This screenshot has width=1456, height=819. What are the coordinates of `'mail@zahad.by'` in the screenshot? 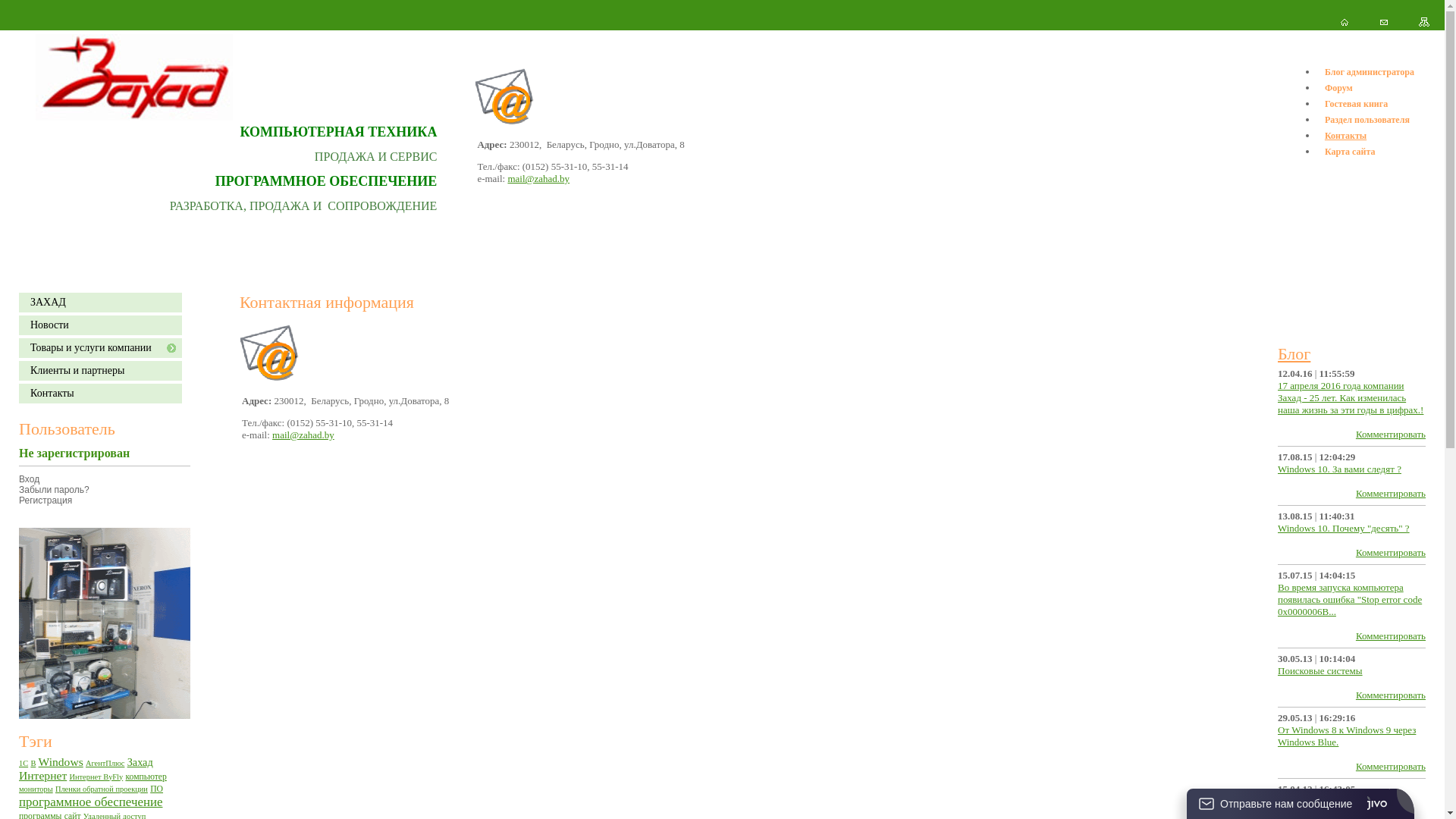 It's located at (538, 177).